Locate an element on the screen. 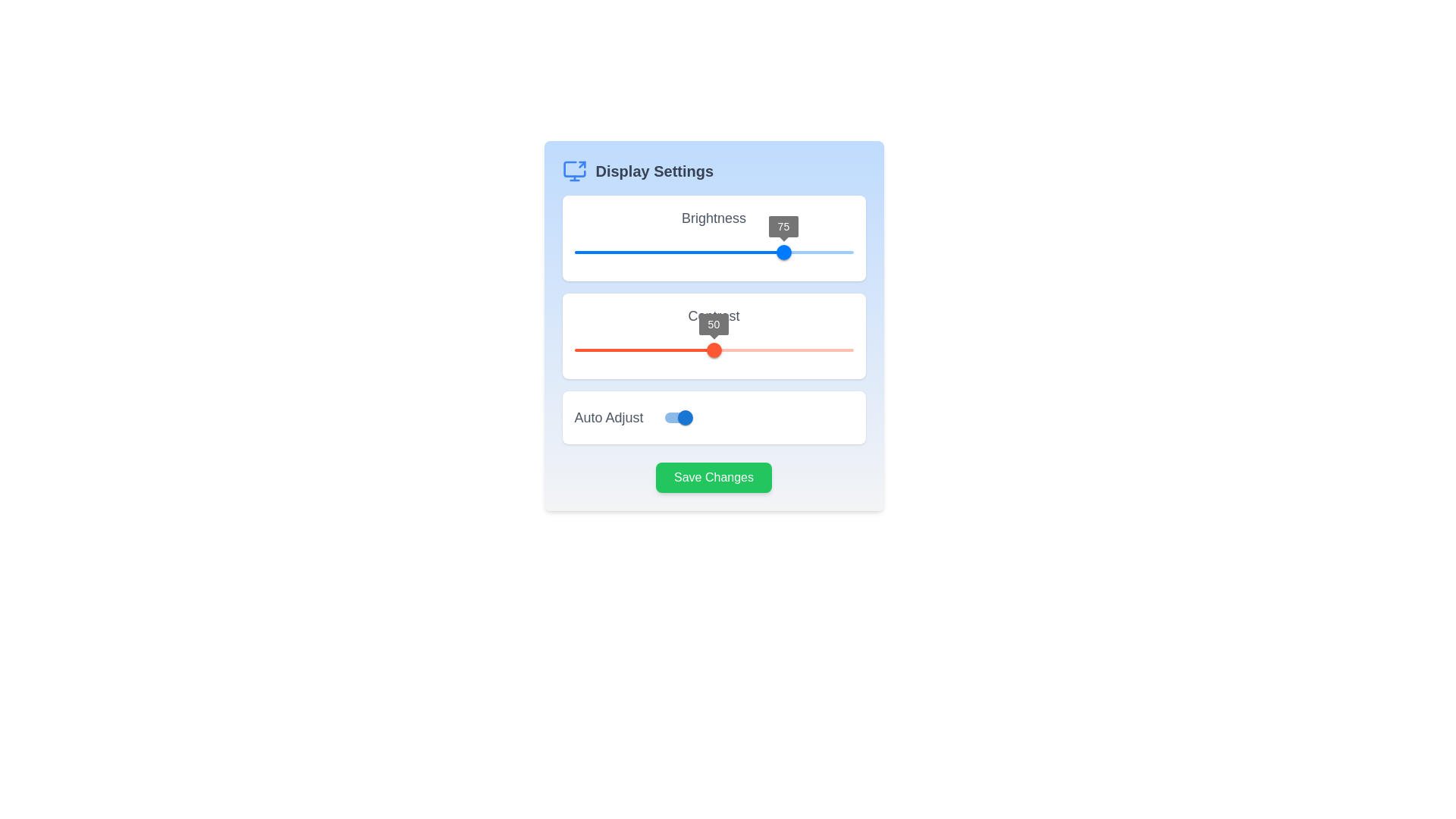 Image resolution: width=1456 pixels, height=819 pixels. contrast slider is located at coordinates (841, 350).